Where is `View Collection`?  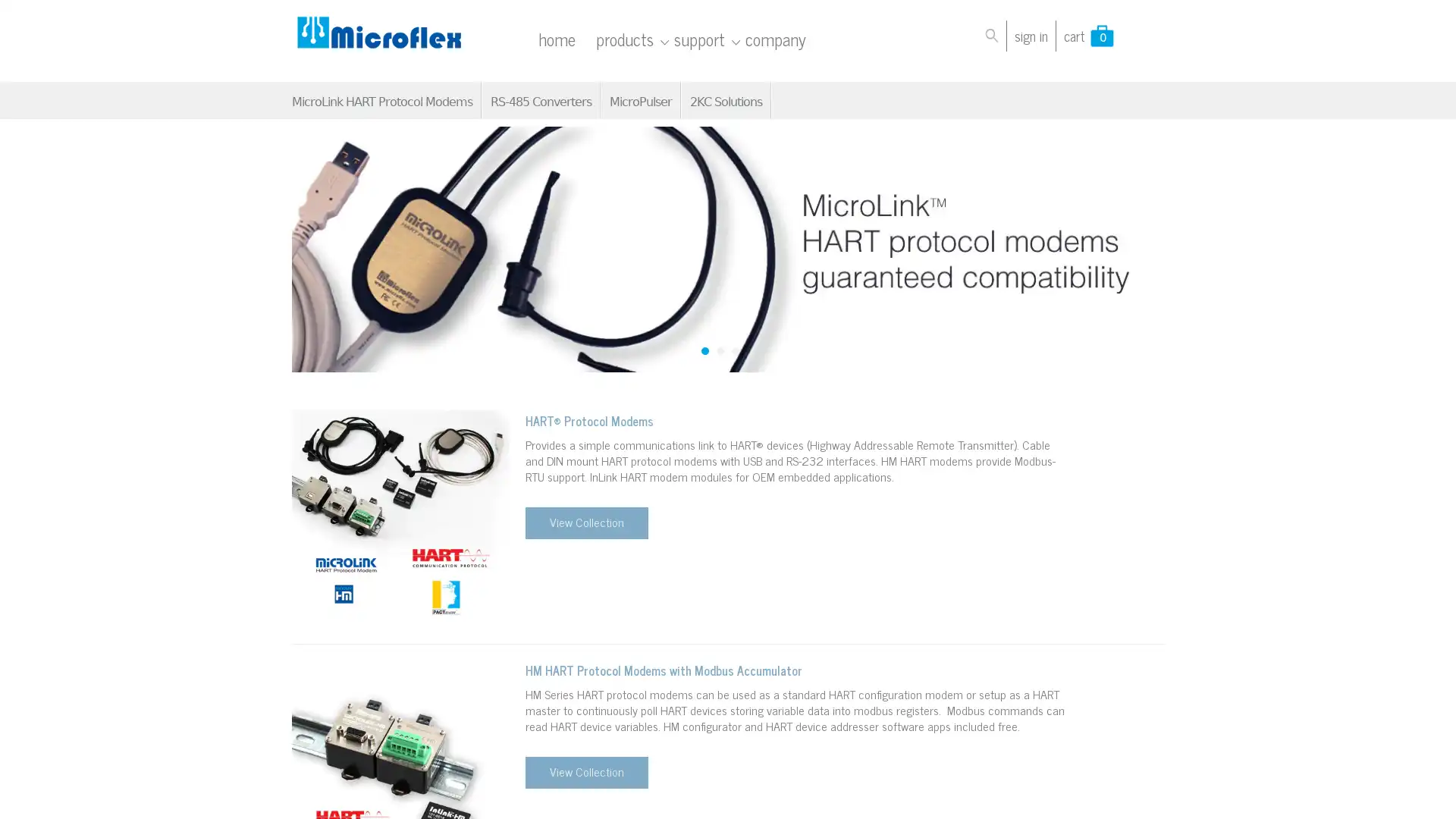
View Collection is located at coordinates (585, 522).